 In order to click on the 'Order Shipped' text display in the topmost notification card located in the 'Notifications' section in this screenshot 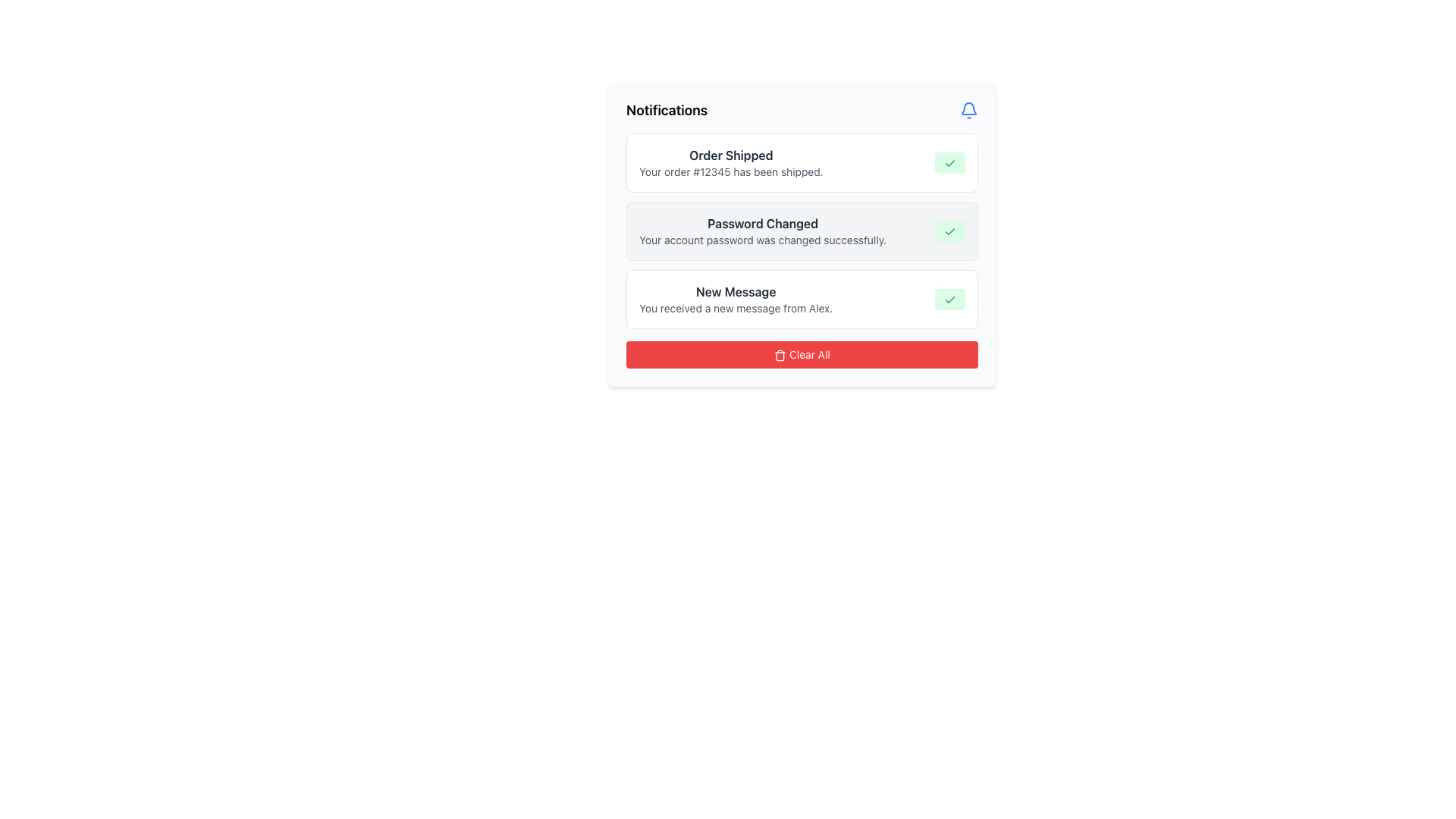, I will do `click(731, 163)`.